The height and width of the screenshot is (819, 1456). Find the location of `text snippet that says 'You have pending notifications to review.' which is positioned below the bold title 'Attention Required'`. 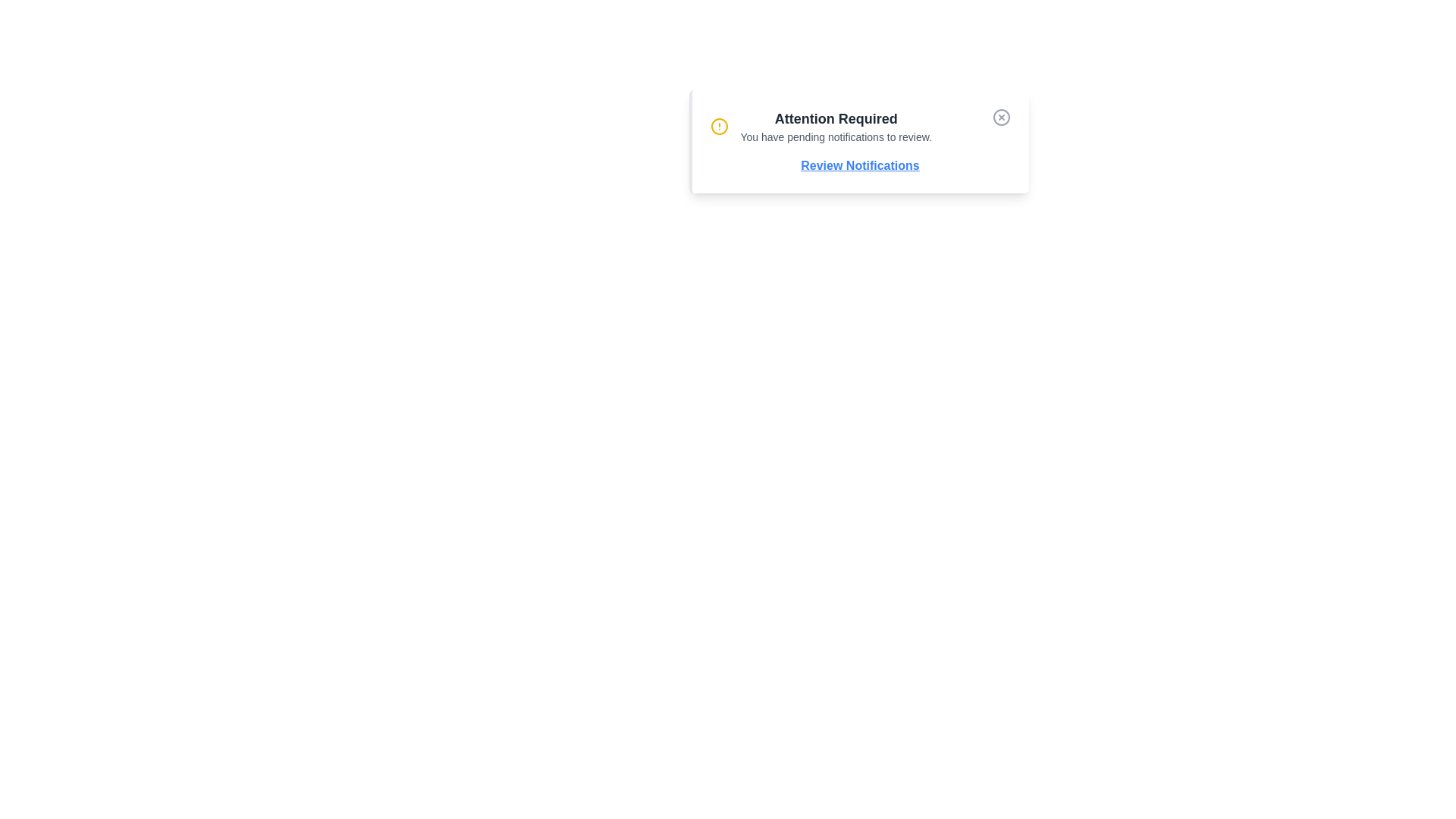

text snippet that says 'You have pending notifications to review.' which is positioned below the bold title 'Attention Required' is located at coordinates (835, 137).